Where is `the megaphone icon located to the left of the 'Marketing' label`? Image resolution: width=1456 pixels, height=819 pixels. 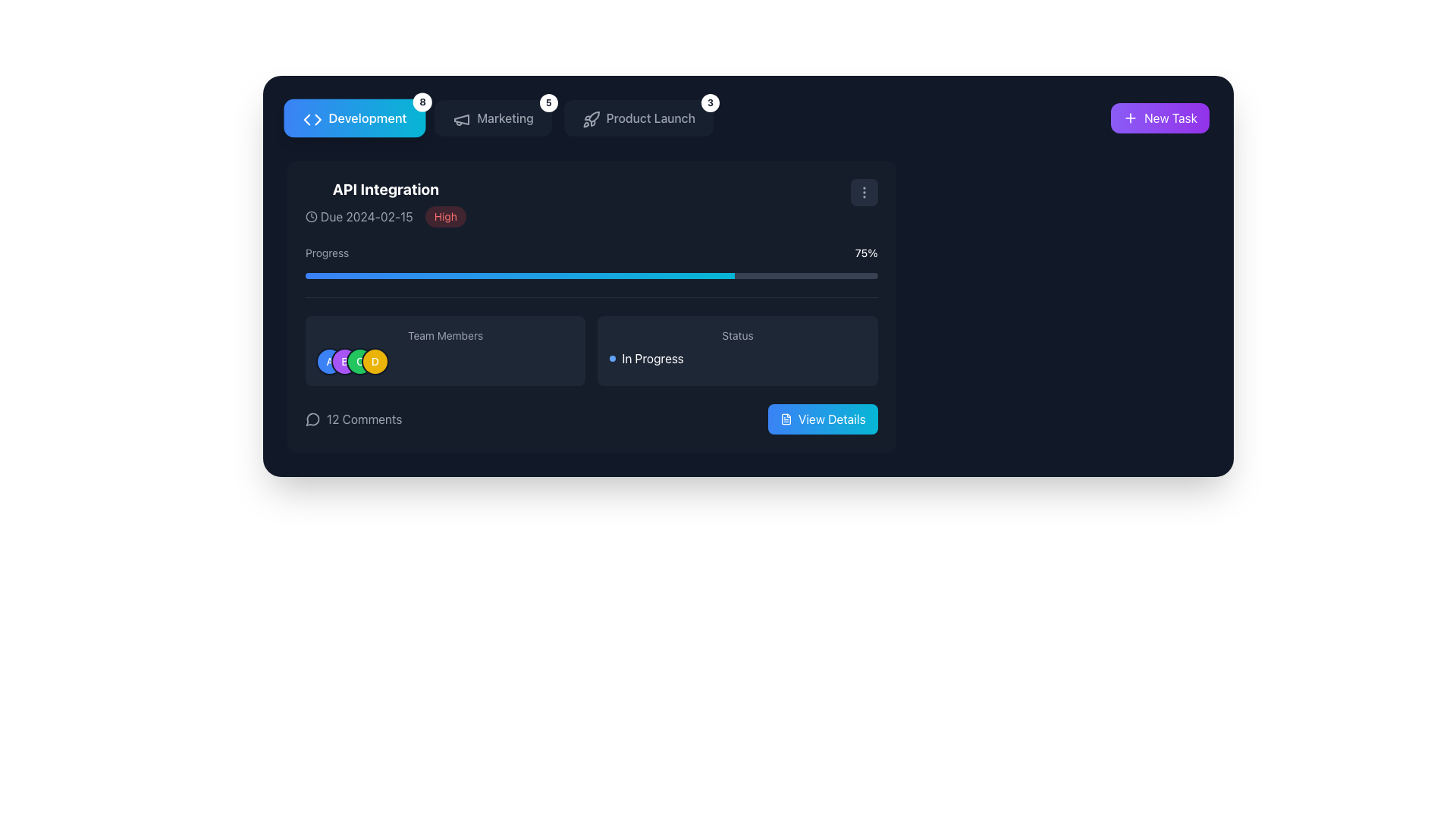 the megaphone icon located to the left of the 'Marketing' label is located at coordinates (460, 117).